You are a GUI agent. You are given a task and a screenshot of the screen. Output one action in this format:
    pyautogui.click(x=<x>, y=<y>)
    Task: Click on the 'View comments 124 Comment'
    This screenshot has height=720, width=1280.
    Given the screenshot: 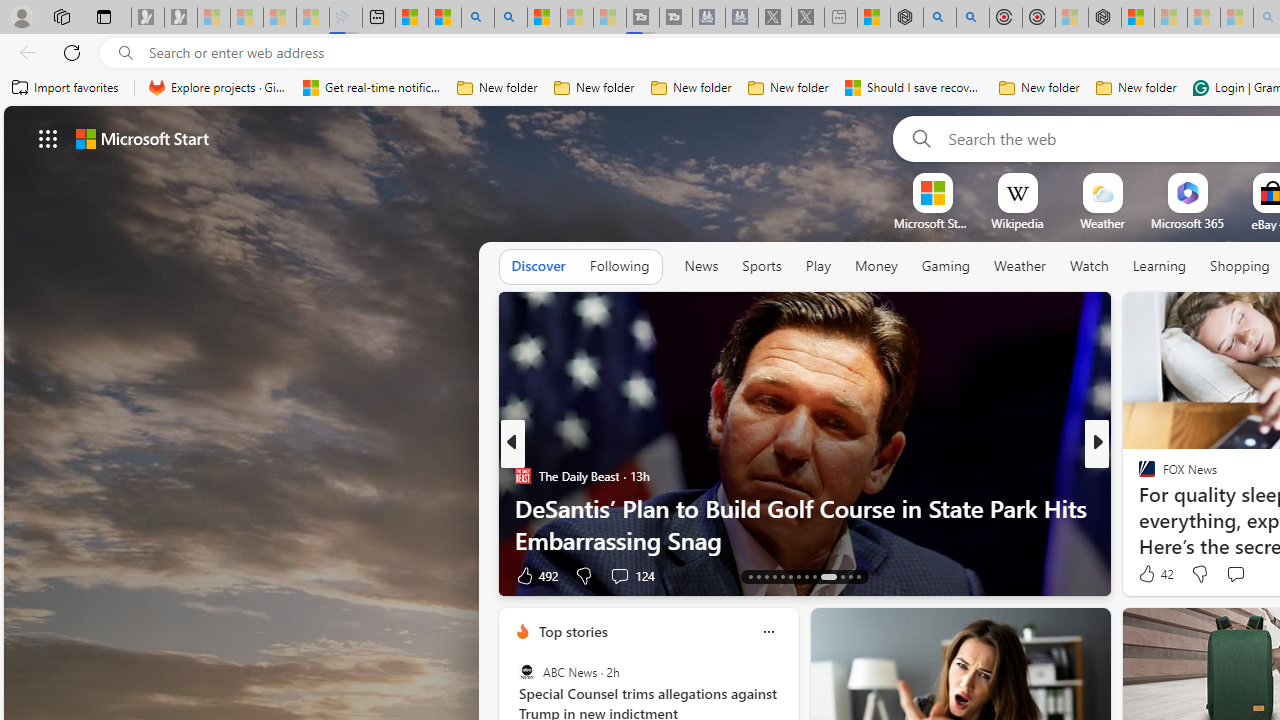 What is the action you would take?
    pyautogui.click(x=631, y=575)
    